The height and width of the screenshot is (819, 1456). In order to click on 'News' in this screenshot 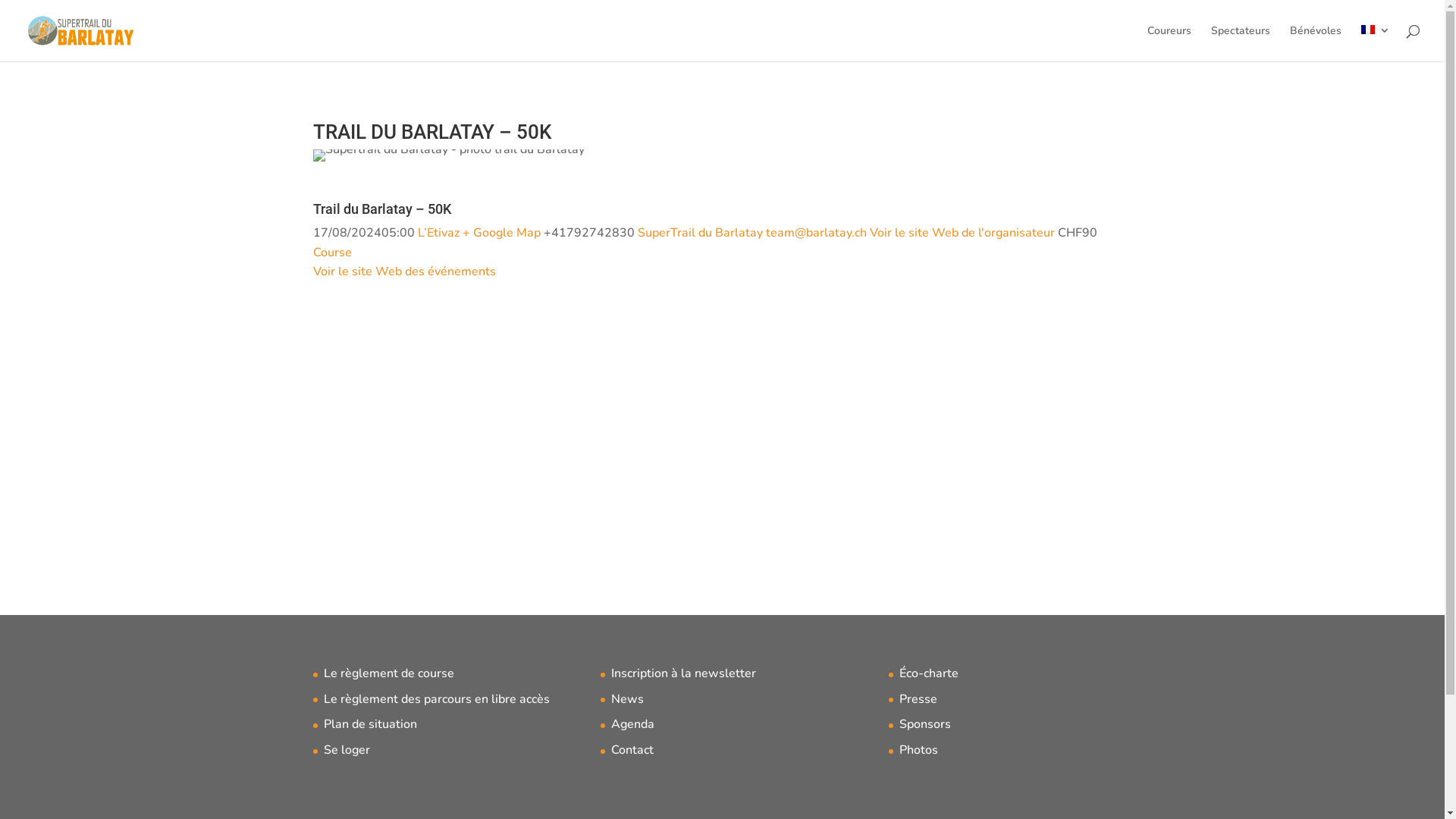, I will do `click(611, 698)`.